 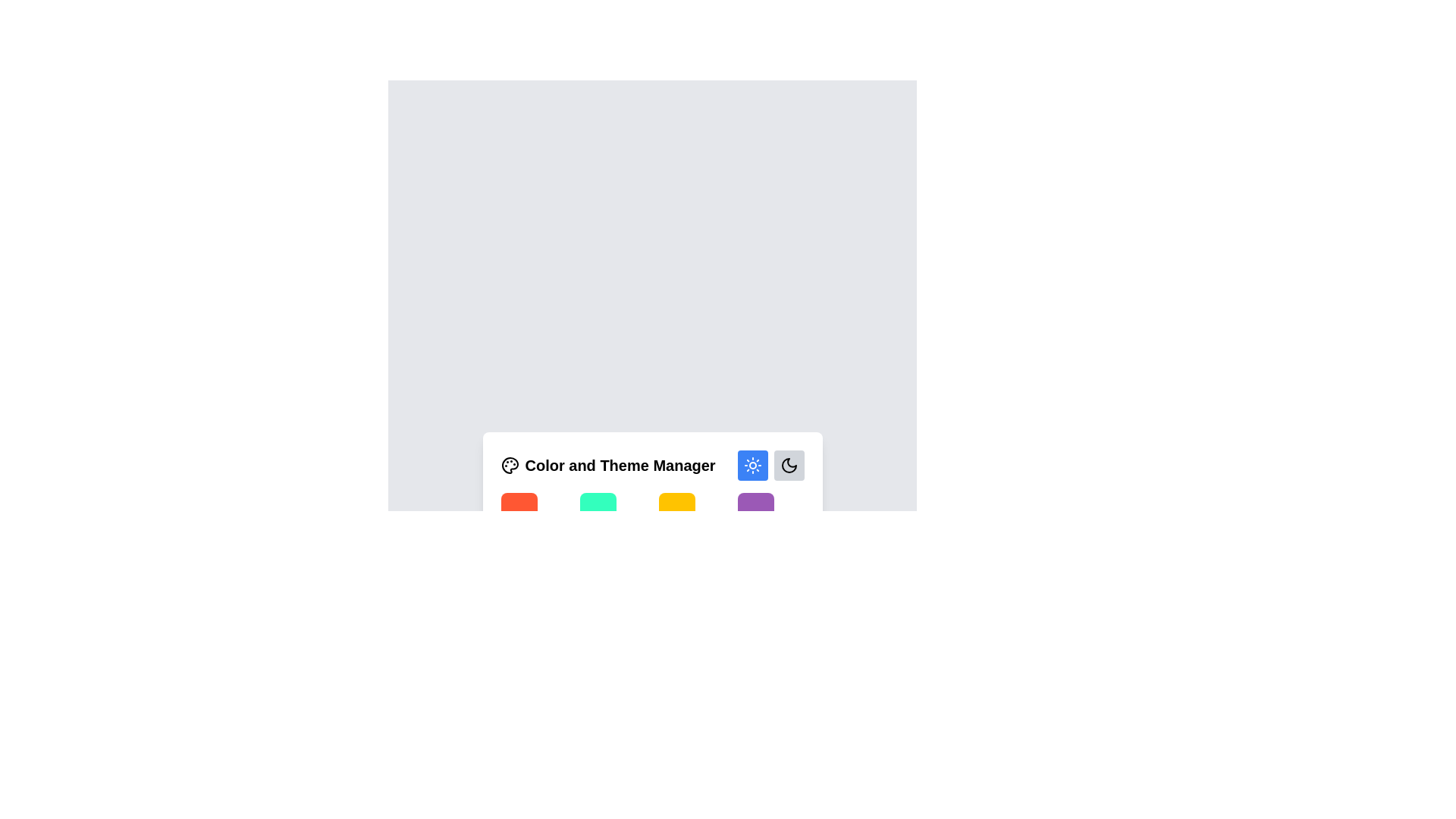 I want to click on the button with a light gray rounded background and a dark crescent moon icon, located at the top-right corner of the panel, so click(x=789, y=464).